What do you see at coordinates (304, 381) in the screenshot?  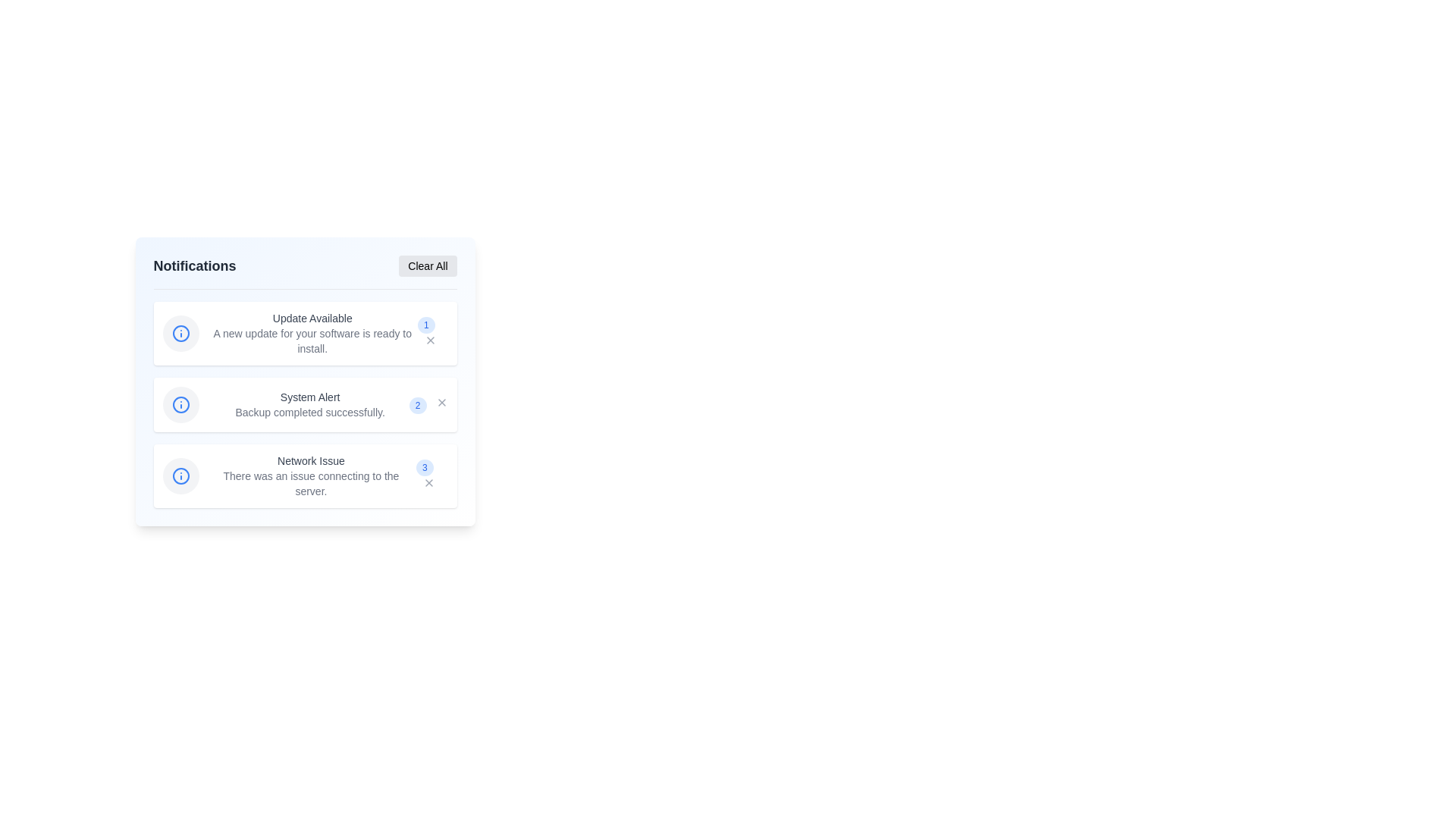 I see `the close buttons for each notification within the Notification panel, which is a rectangular section styled with a gradient from blue to white, containing three stacked notification cards` at bounding box center [304, 381].